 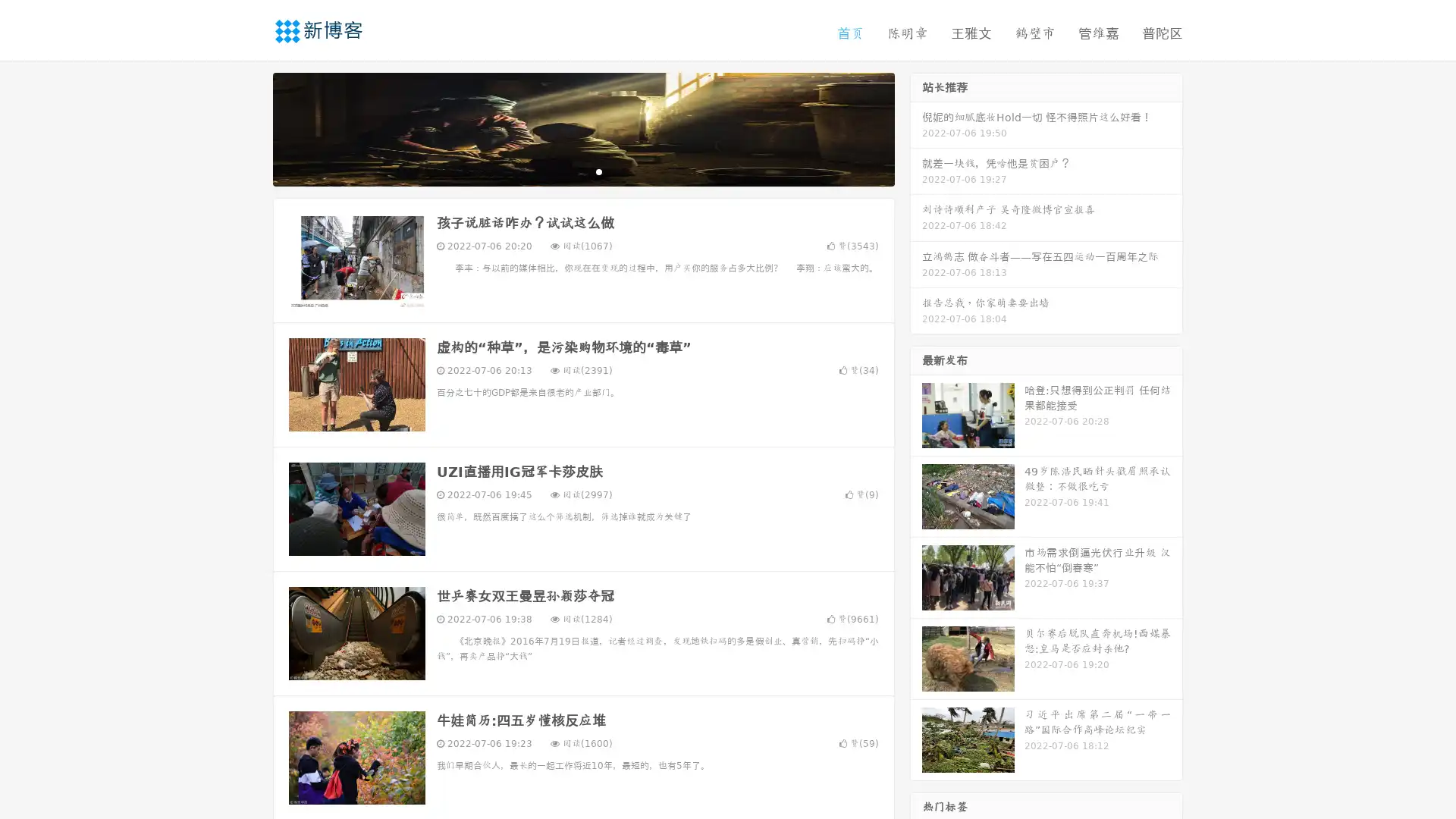 What do you see at coordinates (582, 171) in the screenshot?
I see `Go to slide 2` at bounding box center [582, 171].